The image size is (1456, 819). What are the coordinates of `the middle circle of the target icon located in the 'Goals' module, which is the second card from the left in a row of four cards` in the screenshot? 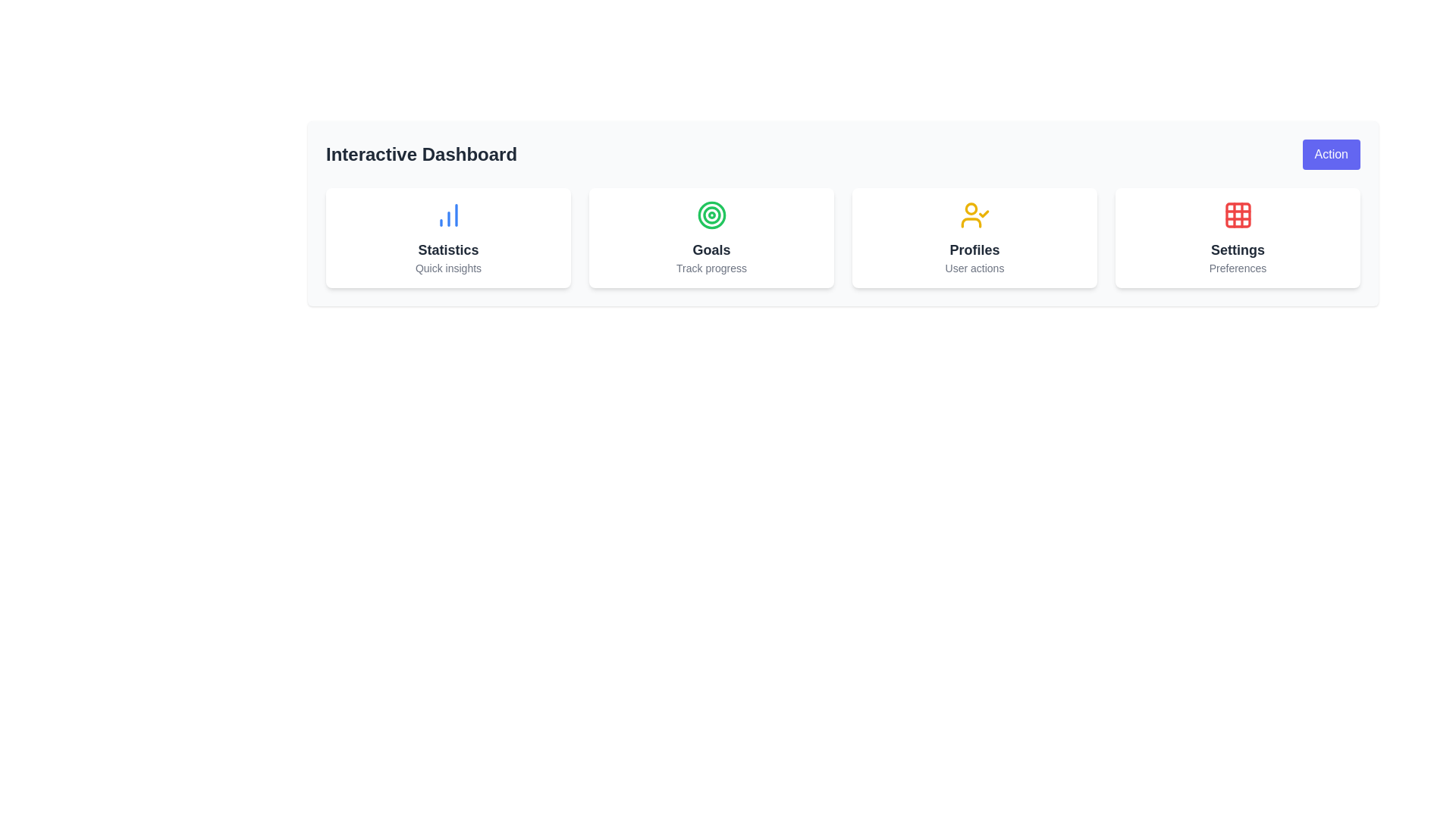 It's located at (711, 215).